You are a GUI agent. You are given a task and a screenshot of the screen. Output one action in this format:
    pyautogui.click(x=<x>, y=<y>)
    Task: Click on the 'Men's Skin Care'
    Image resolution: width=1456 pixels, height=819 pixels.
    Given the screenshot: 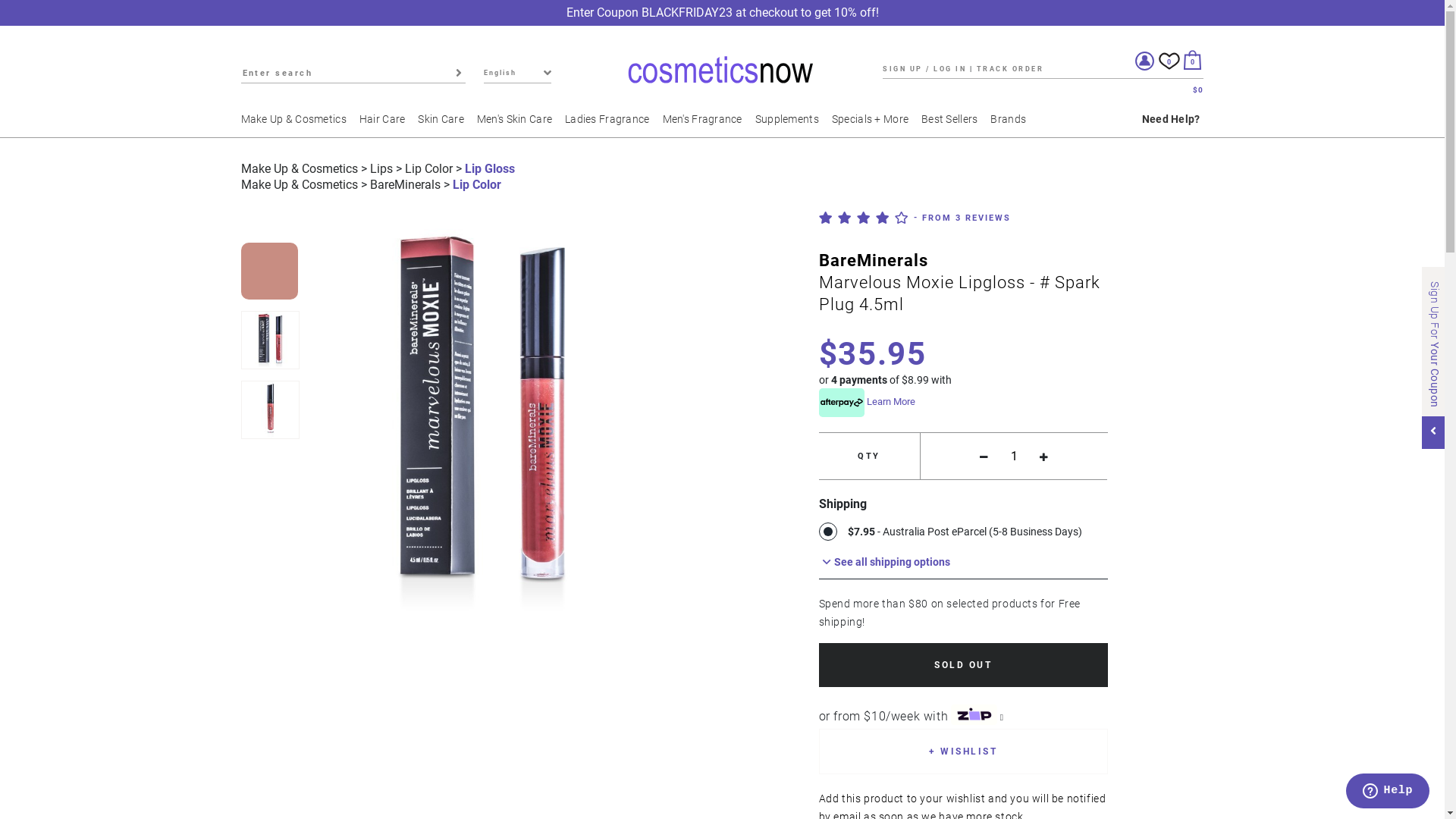 What is the action you would take?
    pyautogui.click(x=519, y=124)
    